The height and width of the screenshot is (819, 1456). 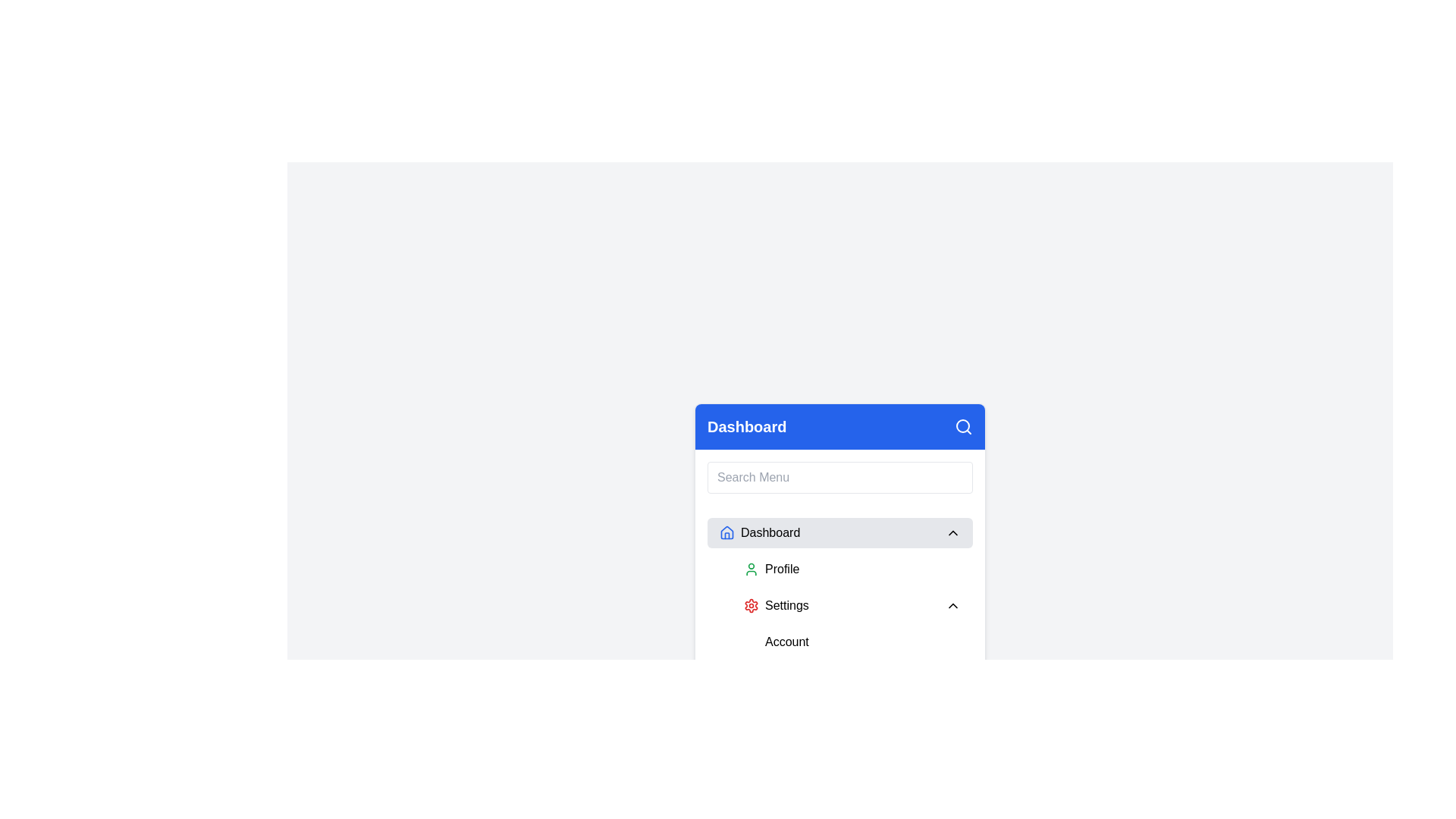 What do you see at coordinates (839, 623) in the screenshot?
I see `the centrally located dropdown menu beneath the 'Dashboard' title` at bounding box center [839, 623].